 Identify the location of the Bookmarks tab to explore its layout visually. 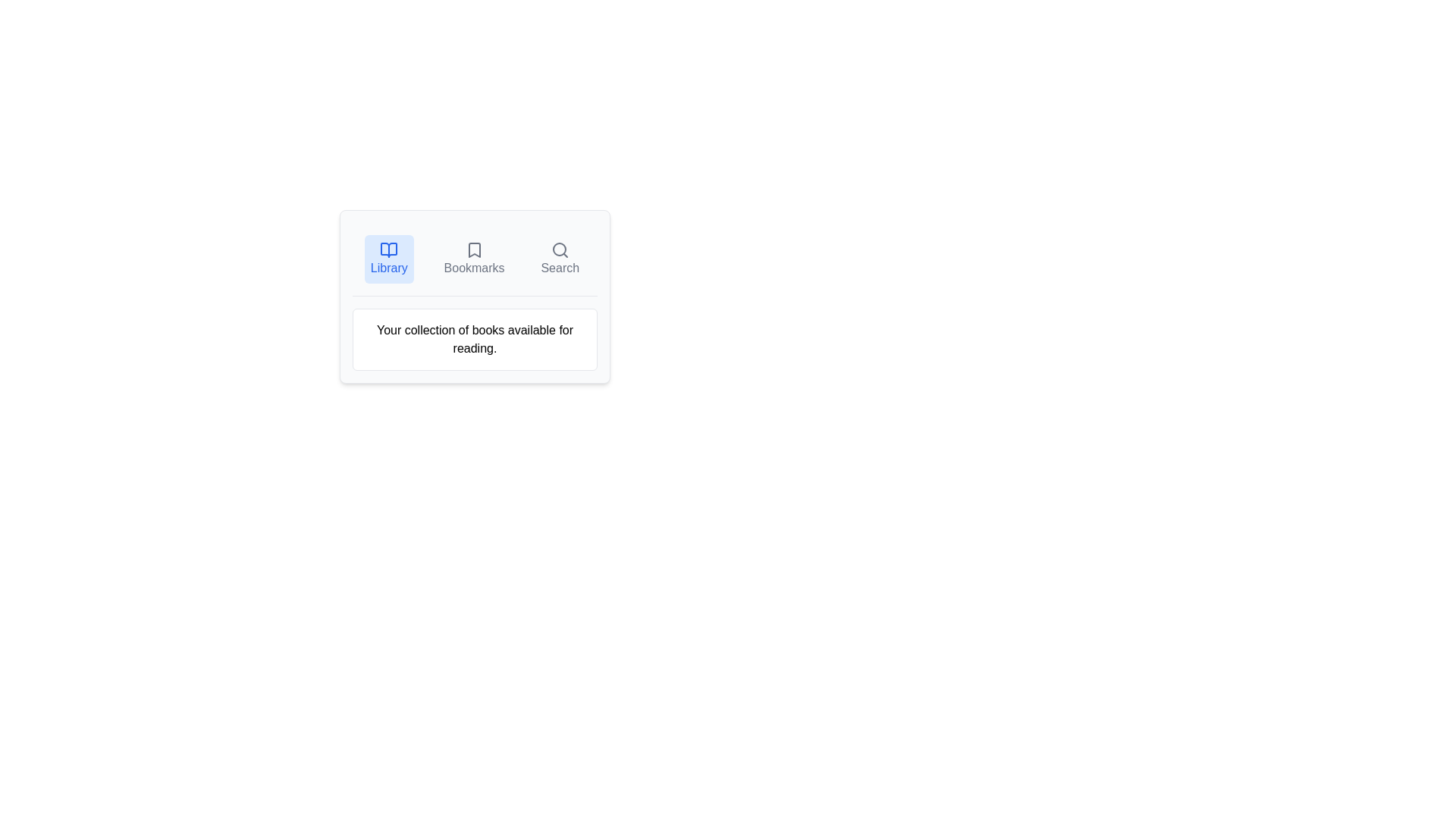
(472, 259).